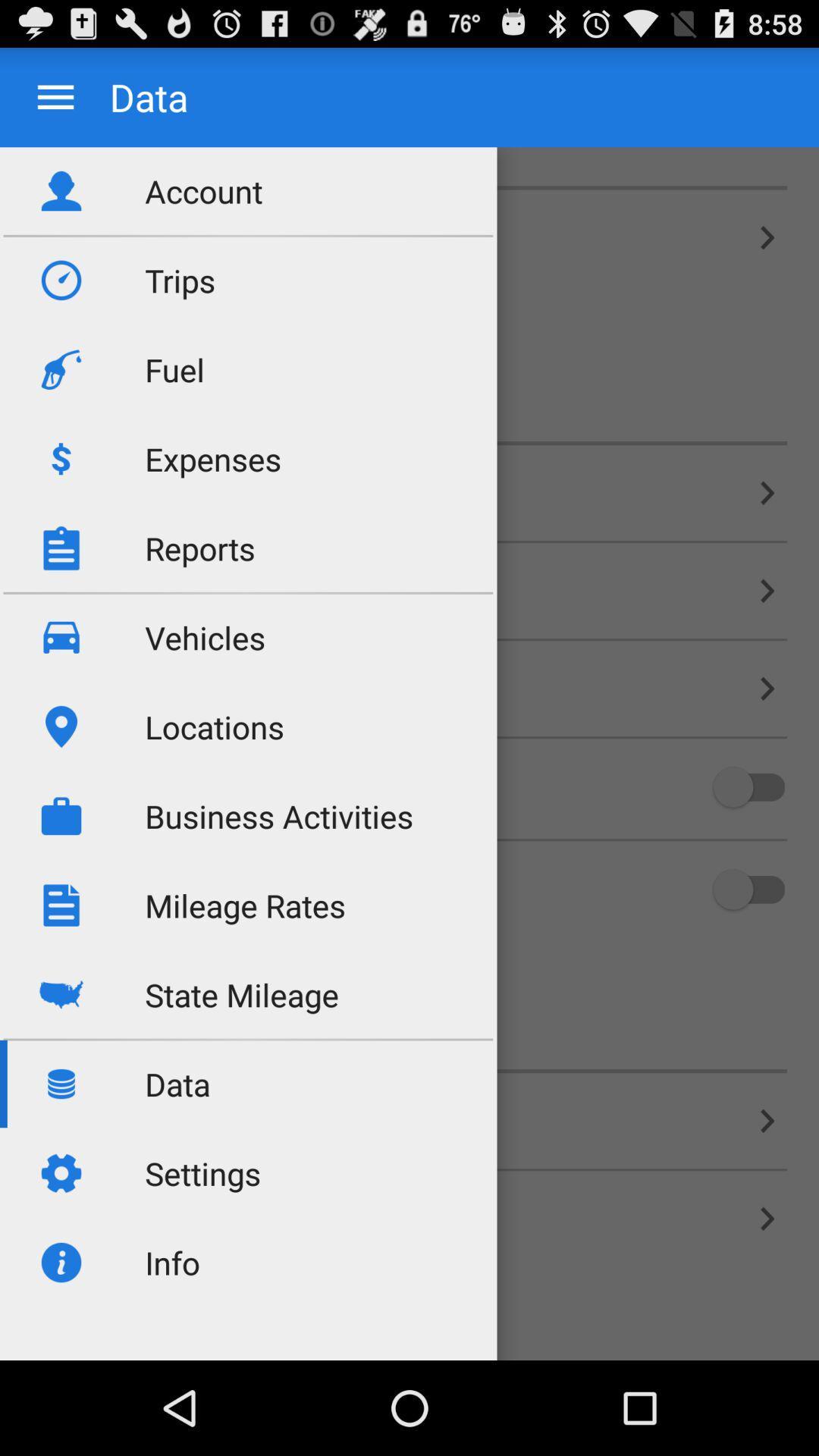  I want to click on the menu icon, so click(55, 103).